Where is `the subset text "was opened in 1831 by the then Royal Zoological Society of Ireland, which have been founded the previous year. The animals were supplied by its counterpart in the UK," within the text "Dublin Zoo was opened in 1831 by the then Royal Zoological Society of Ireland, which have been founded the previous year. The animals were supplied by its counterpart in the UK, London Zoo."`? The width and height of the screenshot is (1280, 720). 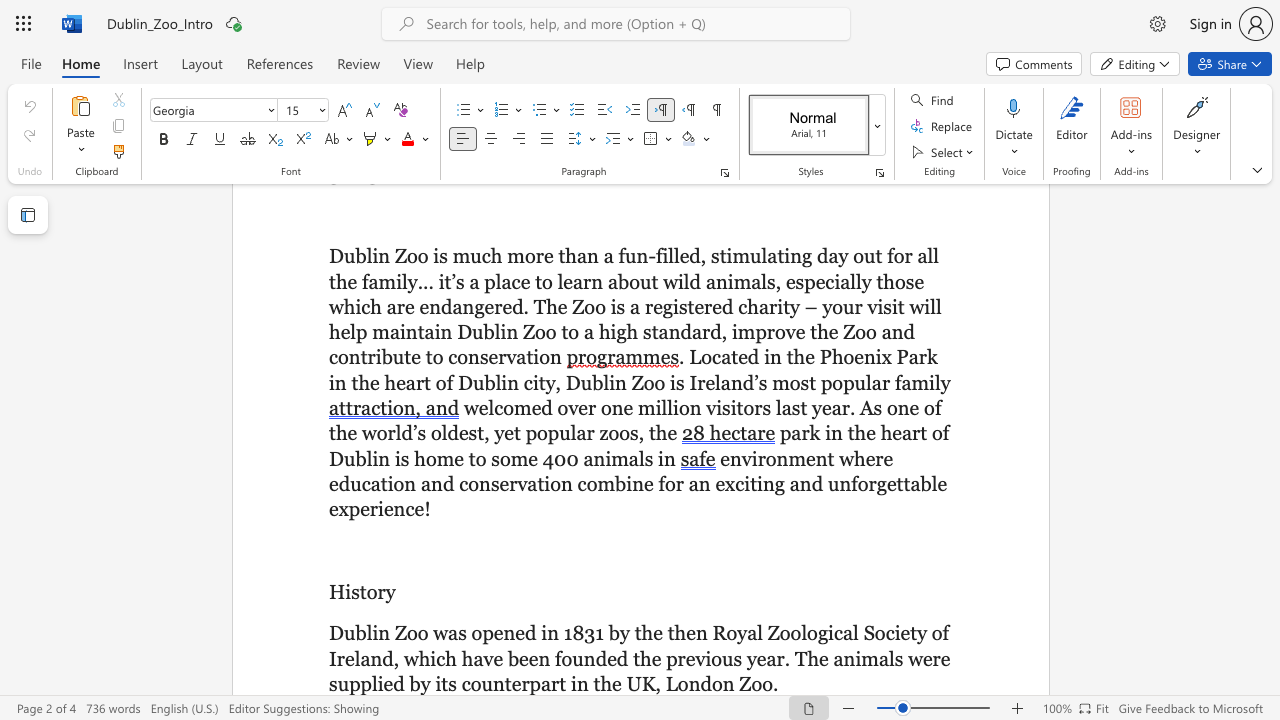
the subset text "was opened in 1831 by the then Royal Zoological Society of Ireland, which have been founded the previous year. The animals were supplied by its counterpart in the UK," within the text "Dublin Zoo was opened in 1831 by the then Royal Zoological Society of Ireland, which have been founded the previous year. The animals were supplied by its counterpart in the UK, London Zoo." is located at coordinates (432, 633).